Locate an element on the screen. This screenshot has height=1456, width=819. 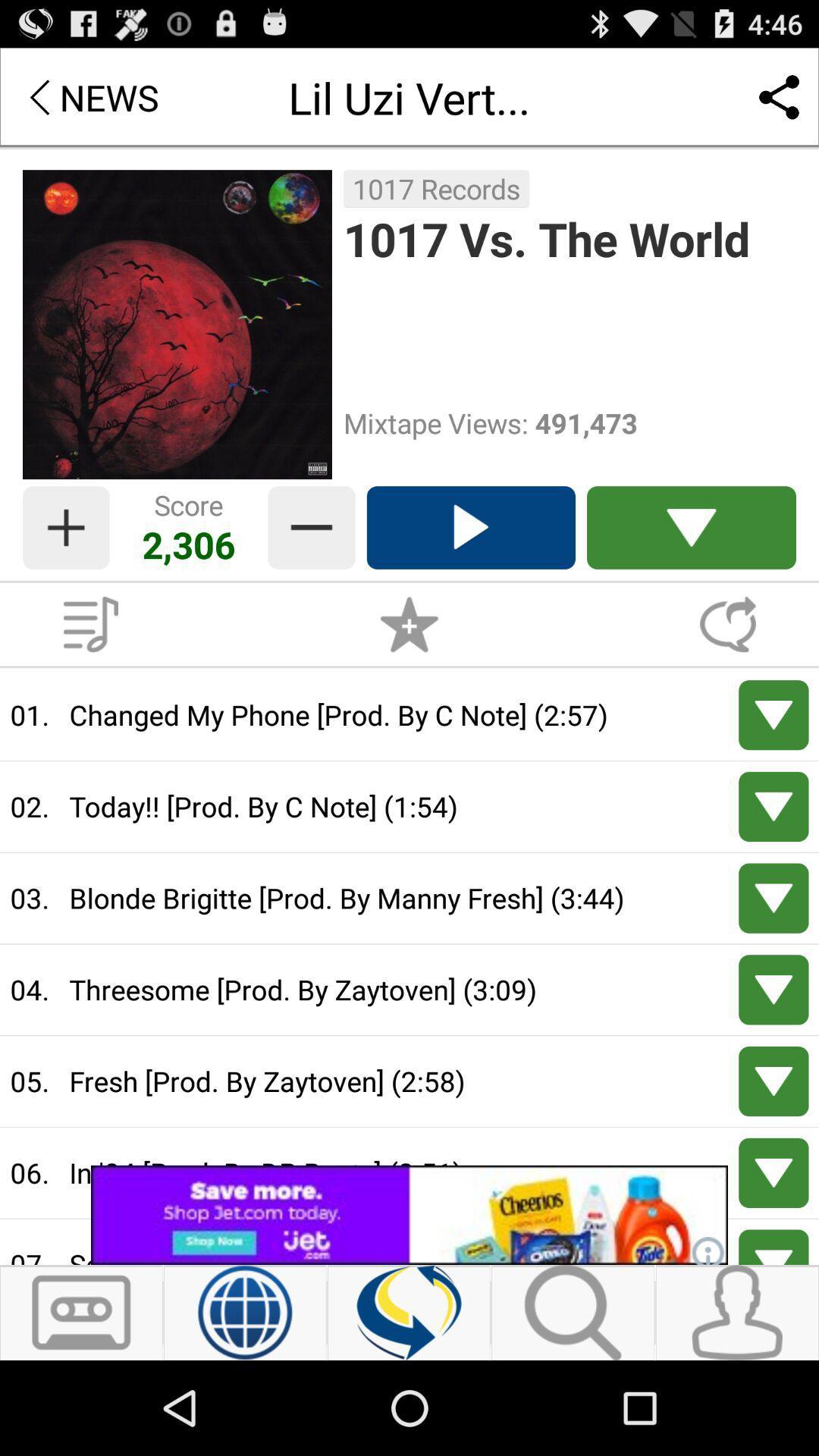
the music is located at coordinates (90, 624).